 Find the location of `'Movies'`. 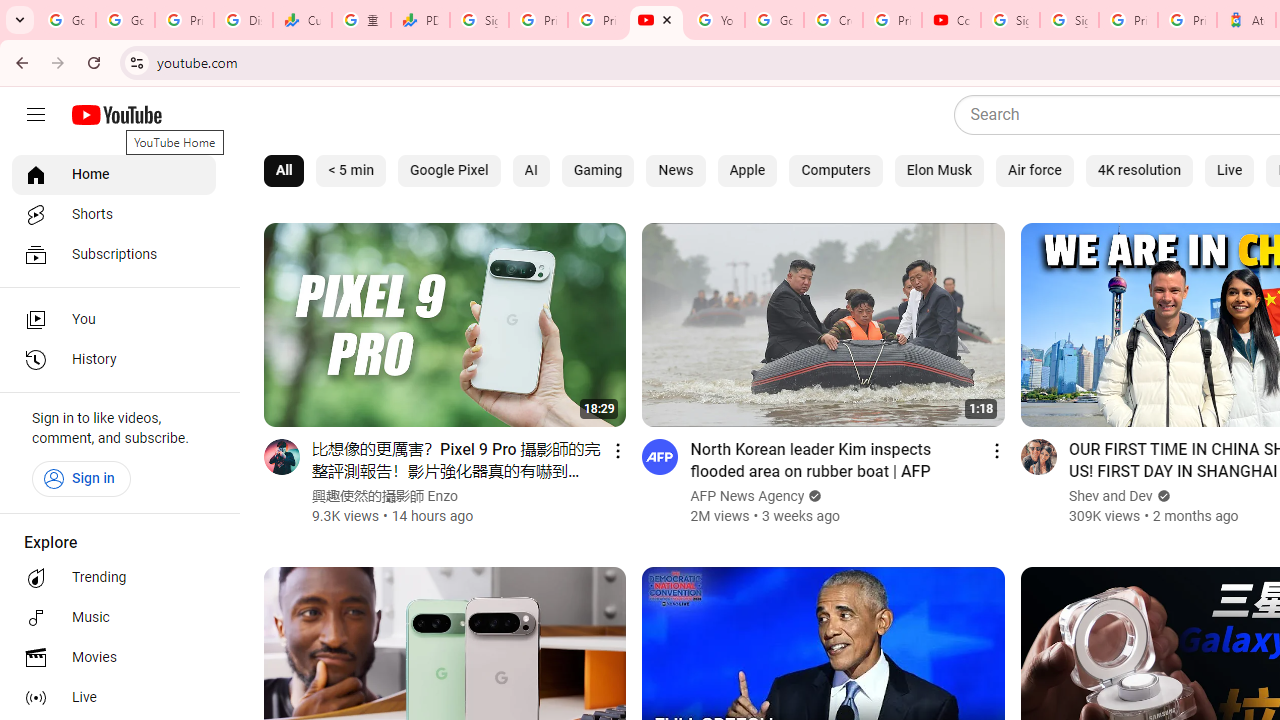

'Movies' is located at coordinates (112, 658).